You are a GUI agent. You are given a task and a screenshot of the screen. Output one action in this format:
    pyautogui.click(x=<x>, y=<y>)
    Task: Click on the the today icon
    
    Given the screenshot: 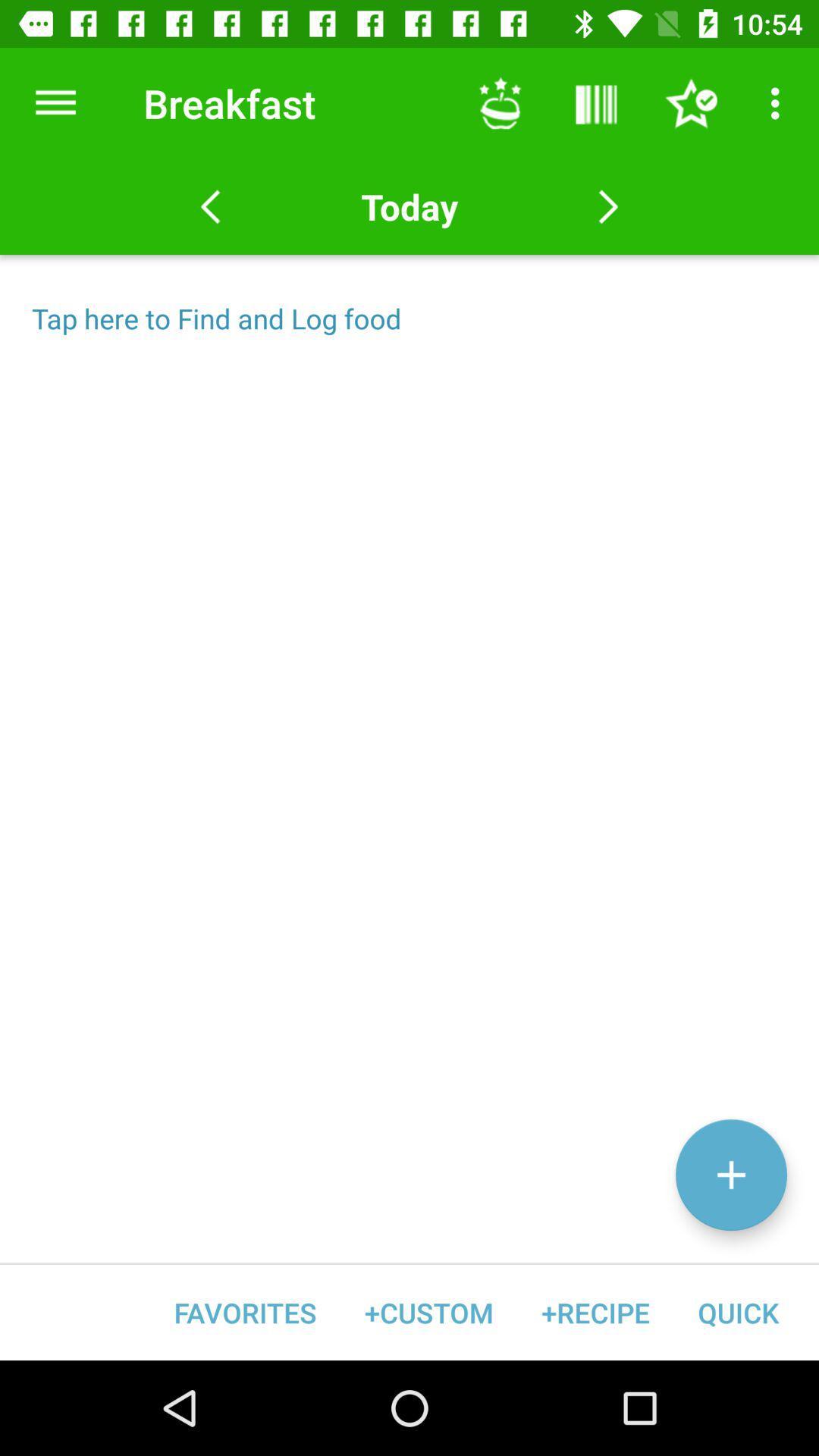 What is the action you would take?
    pyautogui.click(x=409, y=206)
    